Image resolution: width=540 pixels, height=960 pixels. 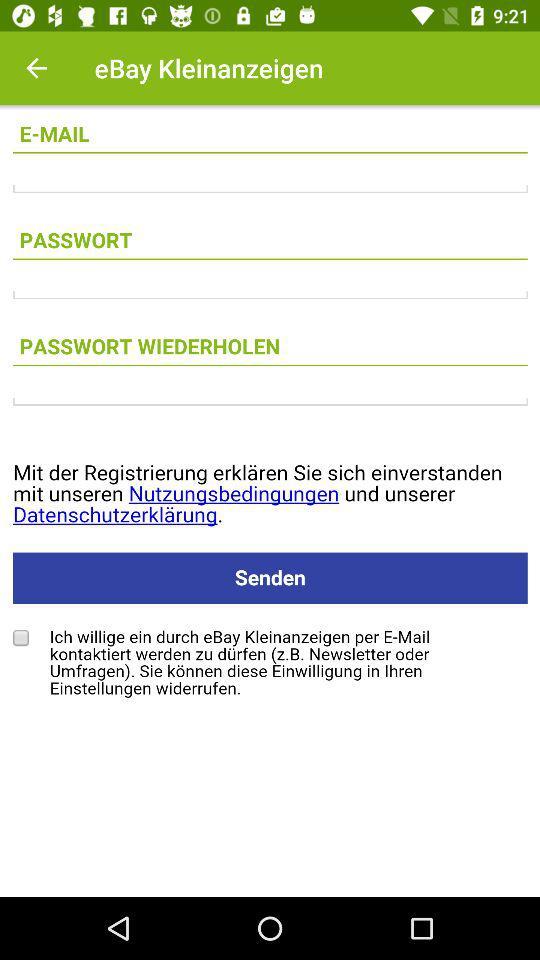 I want to click on type the text, so click(x=270, y=401).